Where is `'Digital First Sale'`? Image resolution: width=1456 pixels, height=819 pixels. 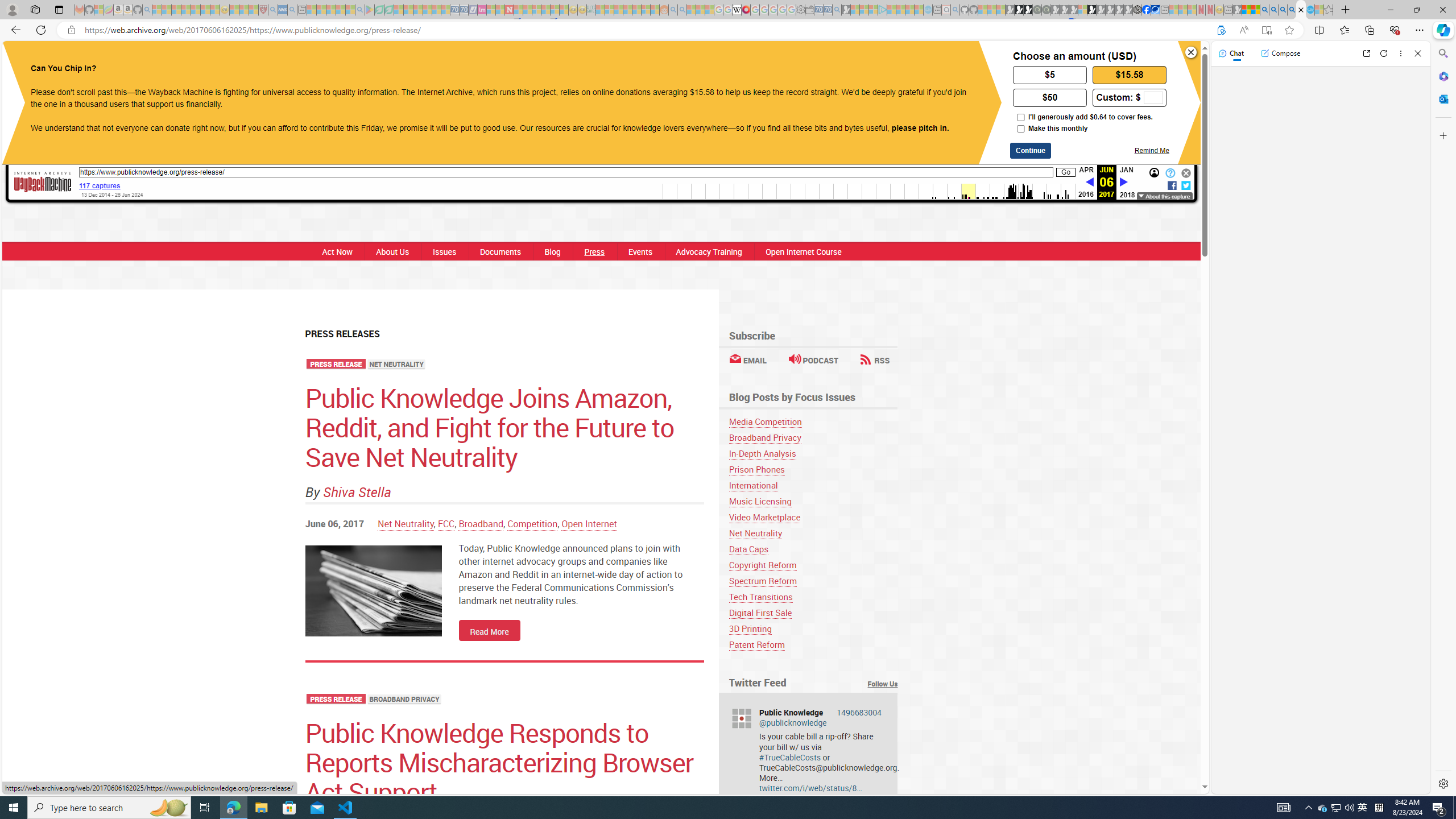 'Digital First Sale' is located at coordinates (760, 612).